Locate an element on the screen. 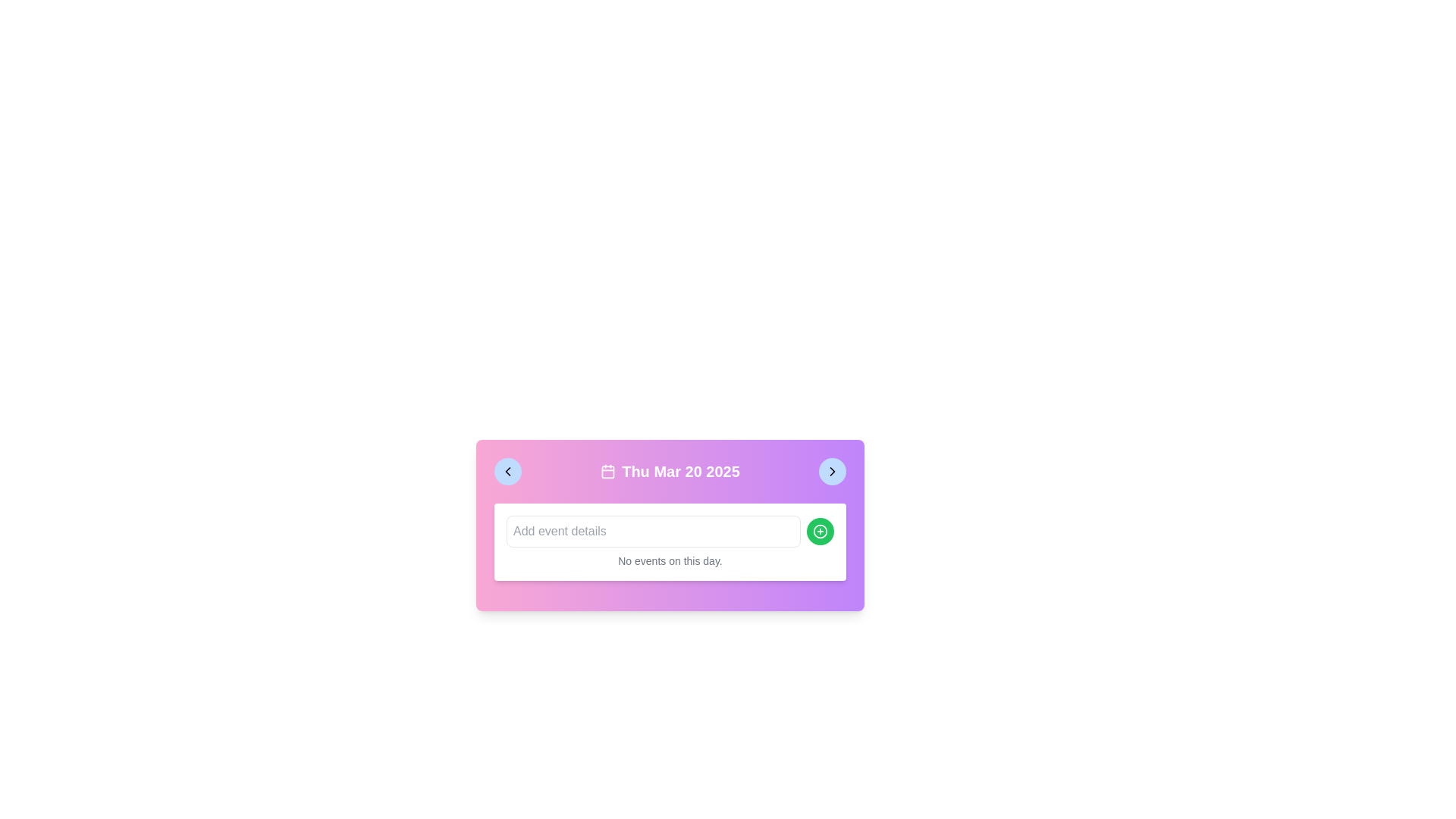 This screenshot has width=1456, height=819. the 'add' icon button located at the right side of the 'Add event details' input box, which is part of a colorful panel with a gradient background transitioning from pink to purple is located at coordinates (819, 531).